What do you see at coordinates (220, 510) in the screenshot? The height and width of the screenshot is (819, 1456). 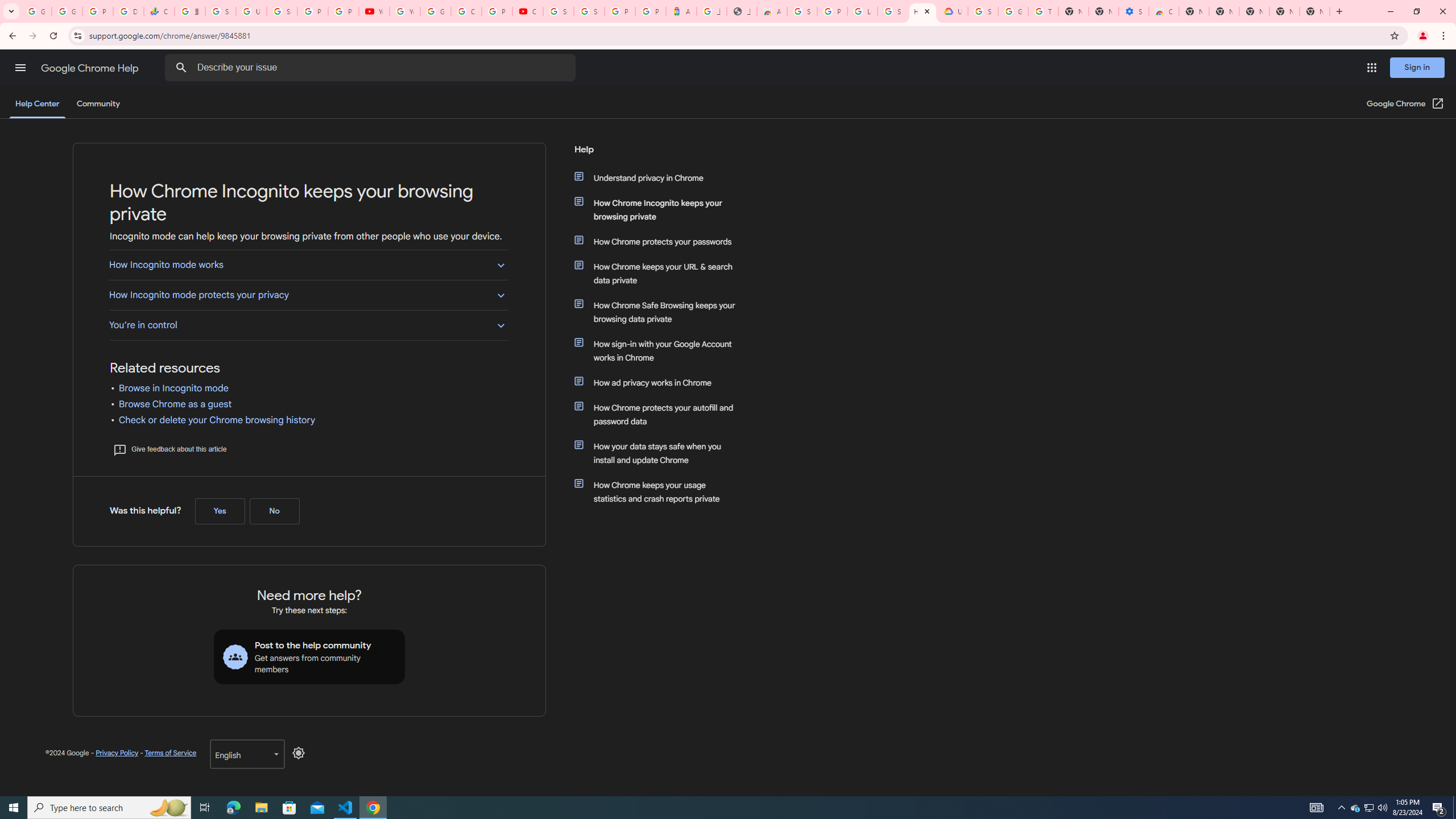 I see `'Yes (Was this helpful?)'` at bounding box center [220, 510].